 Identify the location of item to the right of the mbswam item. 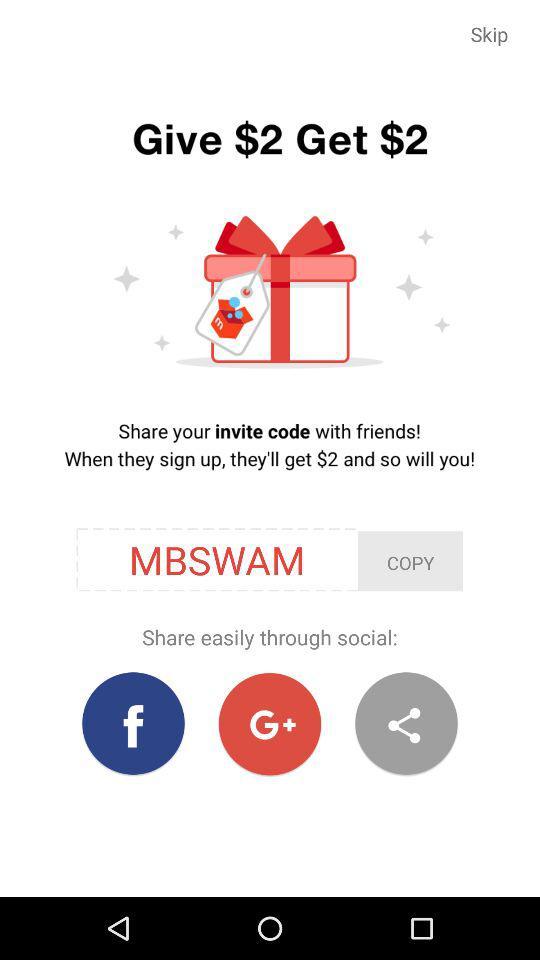
(409, 561).